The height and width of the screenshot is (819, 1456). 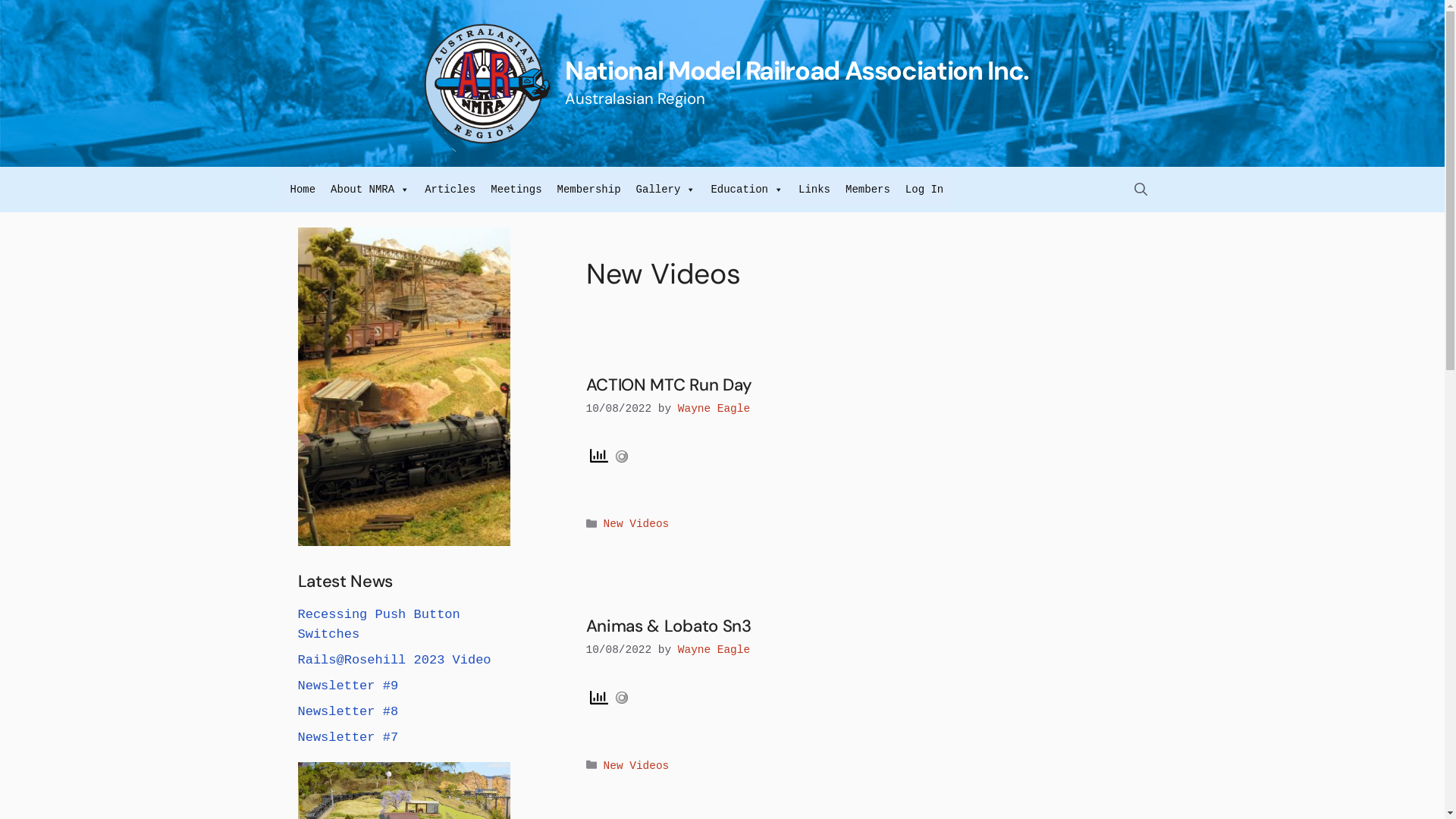 What do you see at coordinates (603, 523) in the screenshot?
I see `'New Videos'` at bounding box center [603, 523].